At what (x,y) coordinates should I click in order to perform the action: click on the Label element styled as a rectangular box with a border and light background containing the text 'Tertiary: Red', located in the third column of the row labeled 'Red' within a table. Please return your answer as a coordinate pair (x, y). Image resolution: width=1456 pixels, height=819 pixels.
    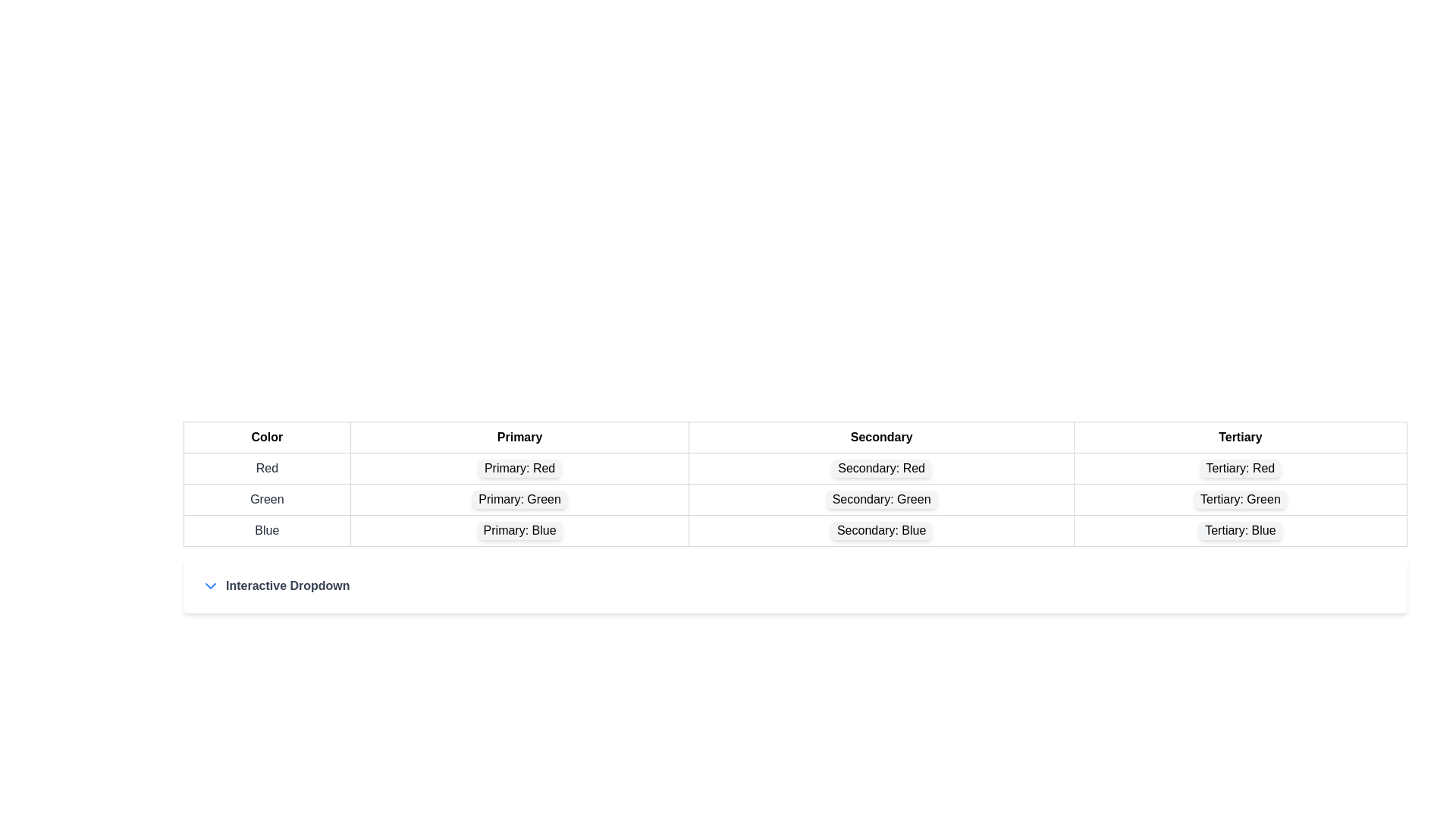
    Looking at the image, I should click on (1240, 467).